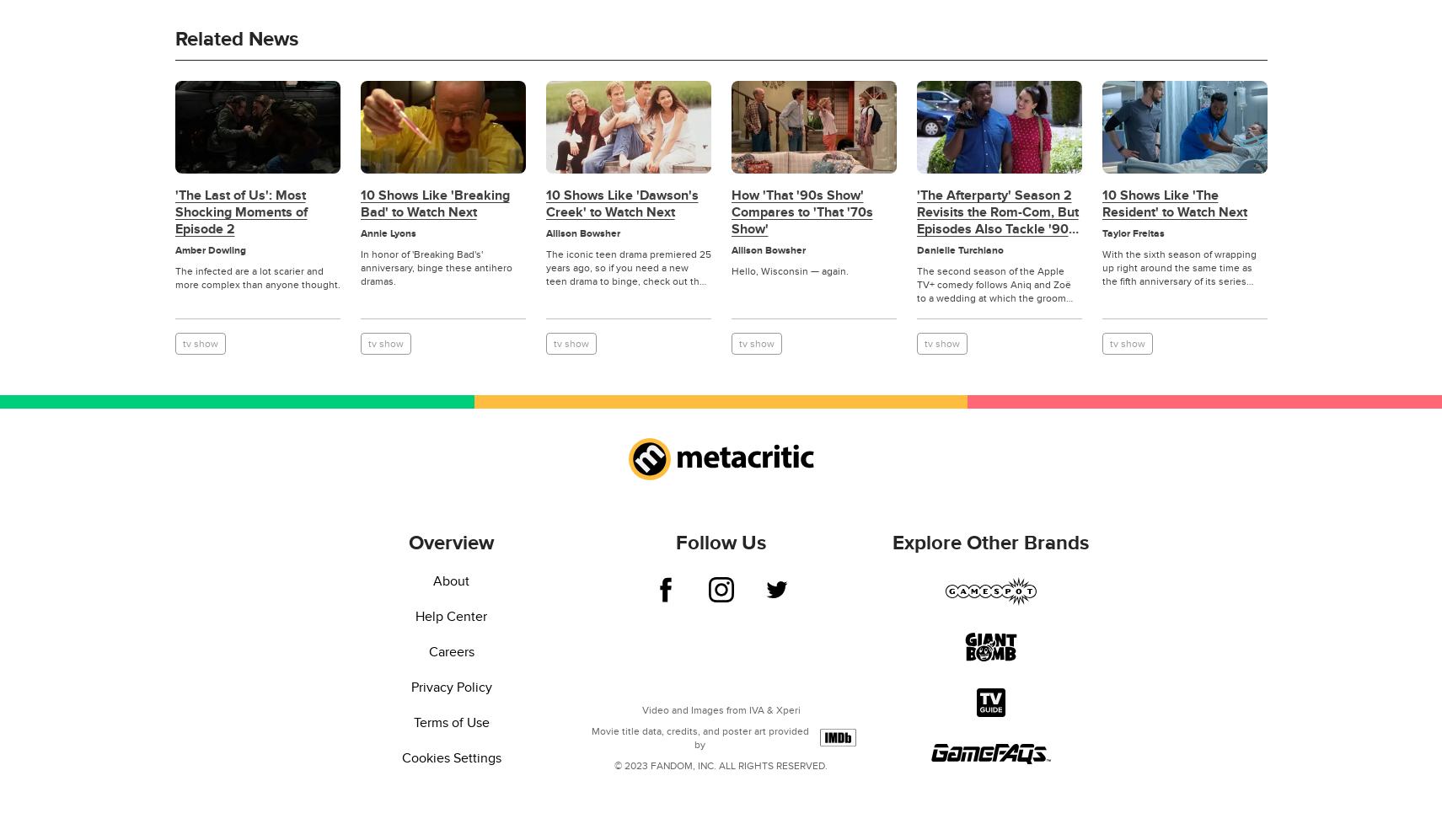 The width and height of the screenshot is (1442, 840). I want to click on 'The second season of the Apple TV+ comedy follows Aniq and Zoë to a wedding at which the groom gets killed, setting up another whodunnit.', so click(992, 297).